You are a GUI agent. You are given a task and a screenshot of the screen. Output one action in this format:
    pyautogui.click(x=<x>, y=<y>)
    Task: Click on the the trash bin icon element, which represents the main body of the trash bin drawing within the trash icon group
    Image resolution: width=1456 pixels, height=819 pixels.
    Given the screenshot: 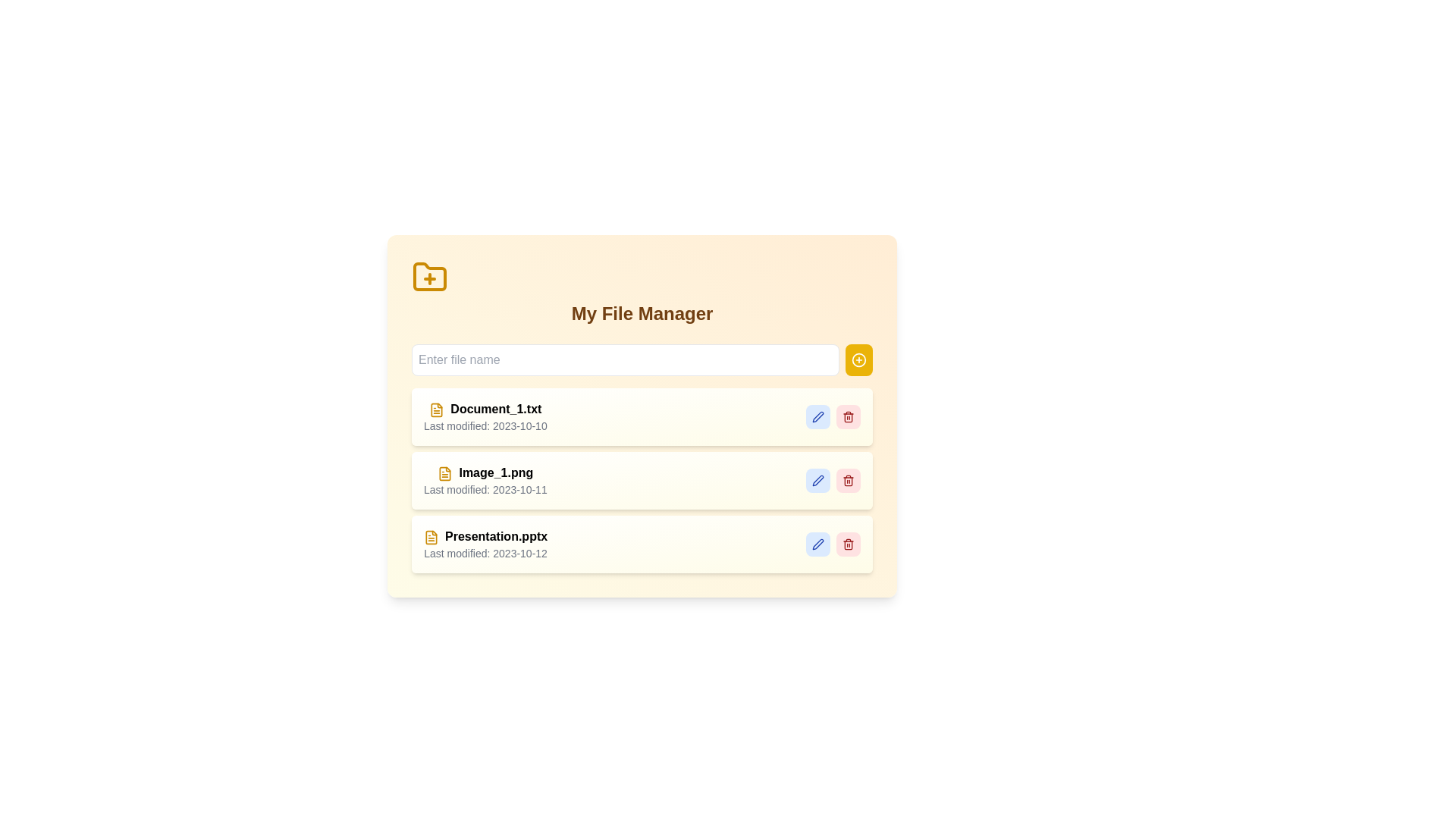 What is the action you would take?
    pyautogui.click(x=847, y=544)
    